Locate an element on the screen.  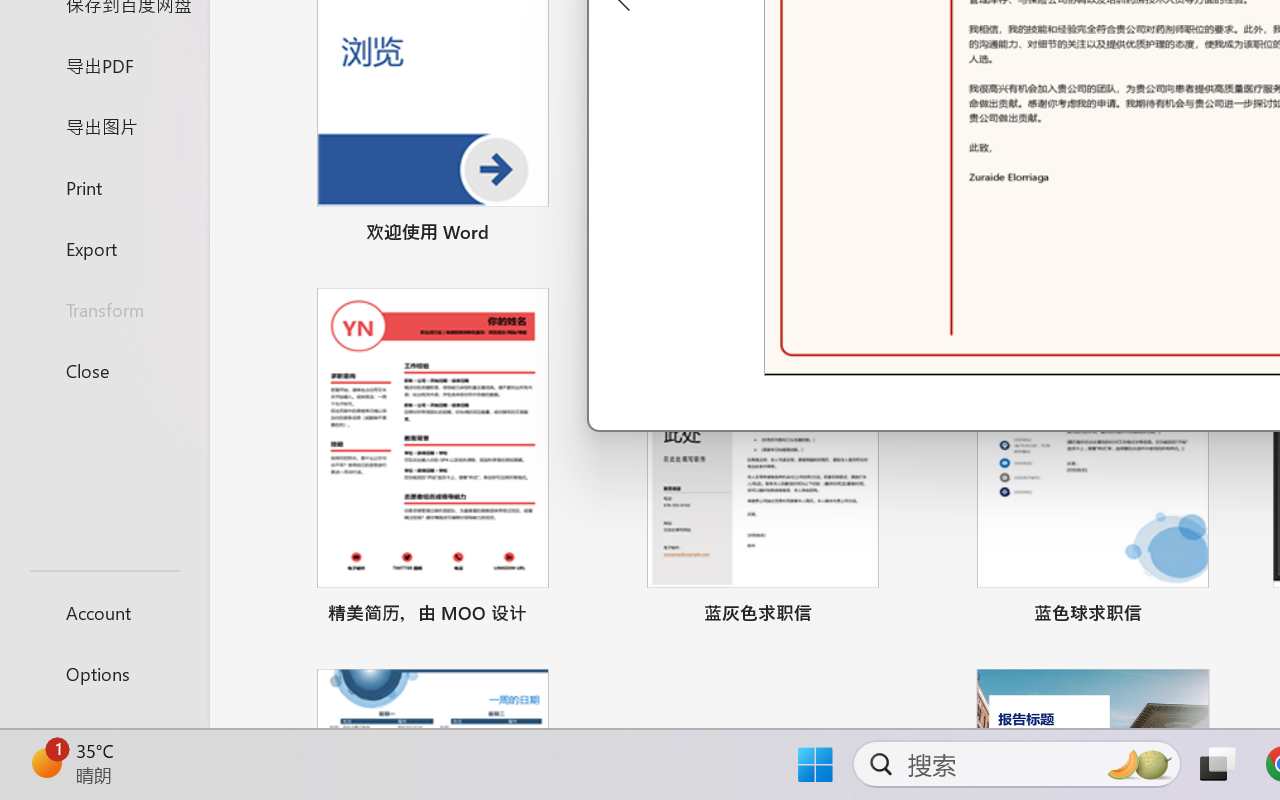
'Print' is located at coordinates (103, 186).